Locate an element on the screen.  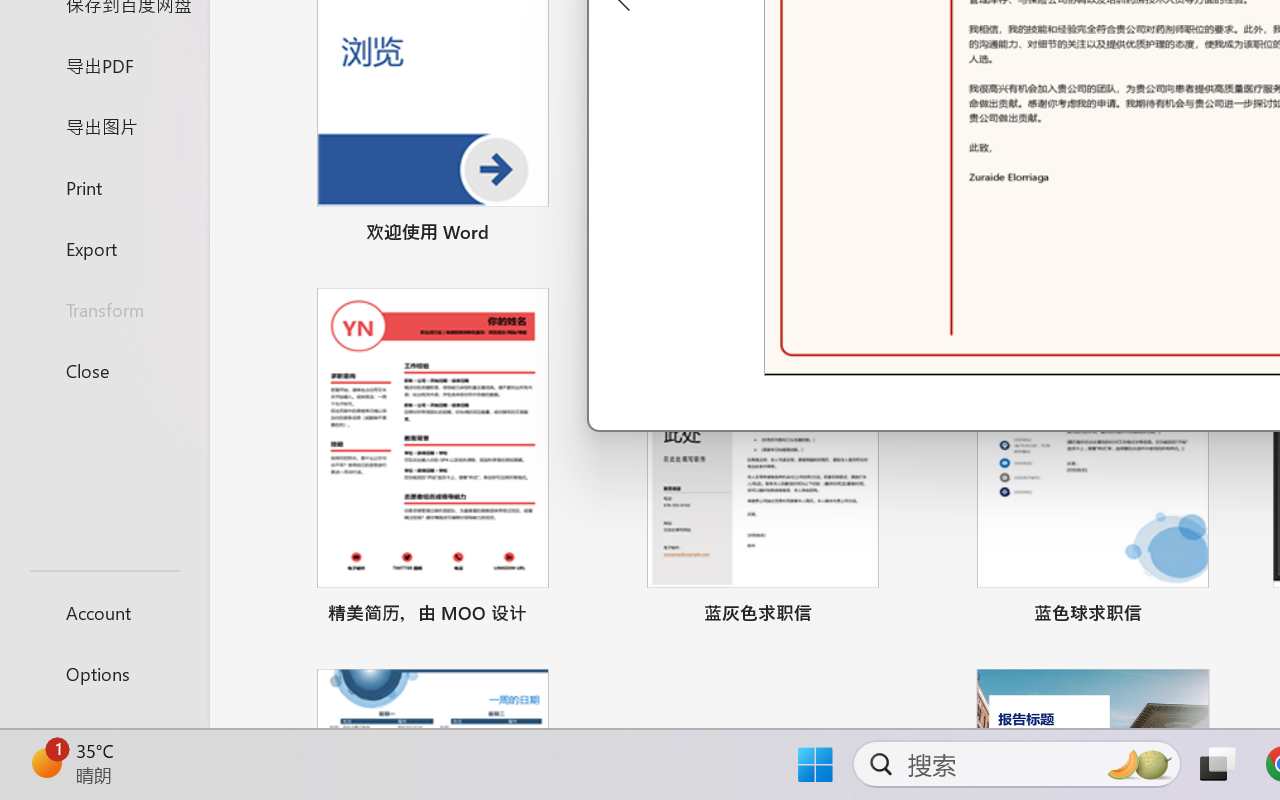
'Print' is located at coordinates (103, 186).